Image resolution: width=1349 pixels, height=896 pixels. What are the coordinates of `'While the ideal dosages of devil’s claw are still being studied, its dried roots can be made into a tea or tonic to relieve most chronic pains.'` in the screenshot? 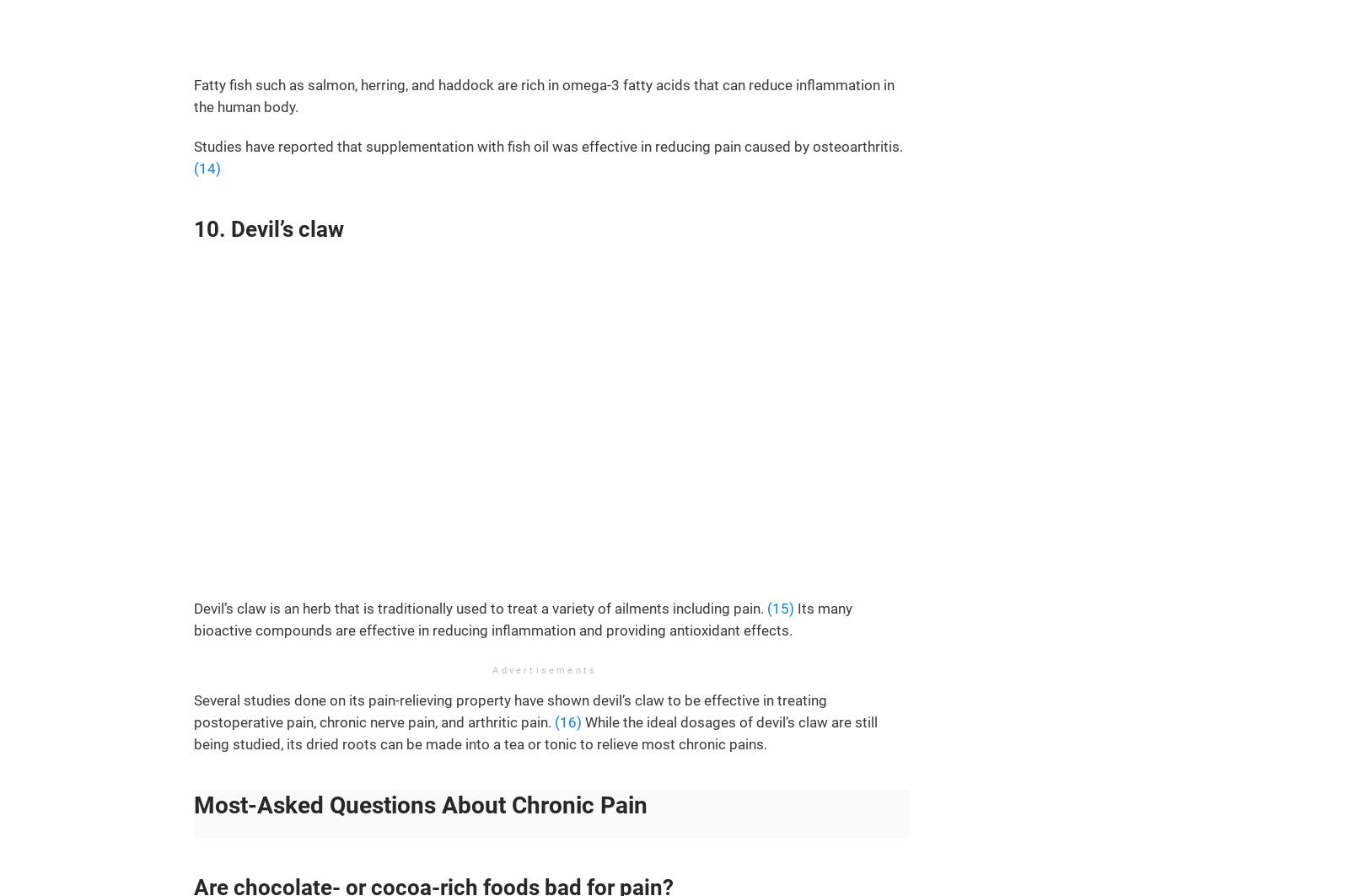 It's located at (193, 732).